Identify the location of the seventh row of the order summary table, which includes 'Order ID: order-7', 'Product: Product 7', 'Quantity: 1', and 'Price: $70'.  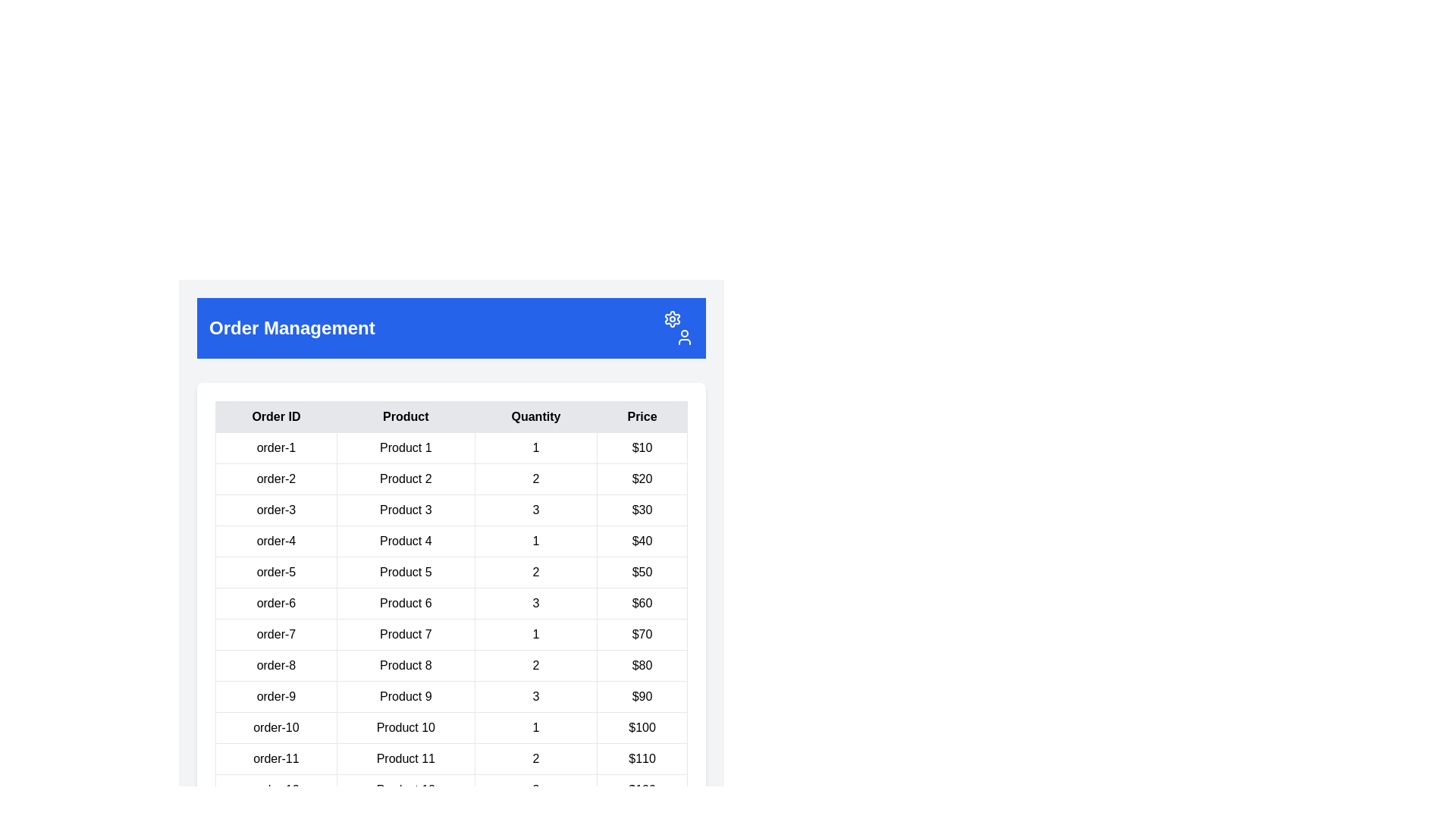
(450, 635).